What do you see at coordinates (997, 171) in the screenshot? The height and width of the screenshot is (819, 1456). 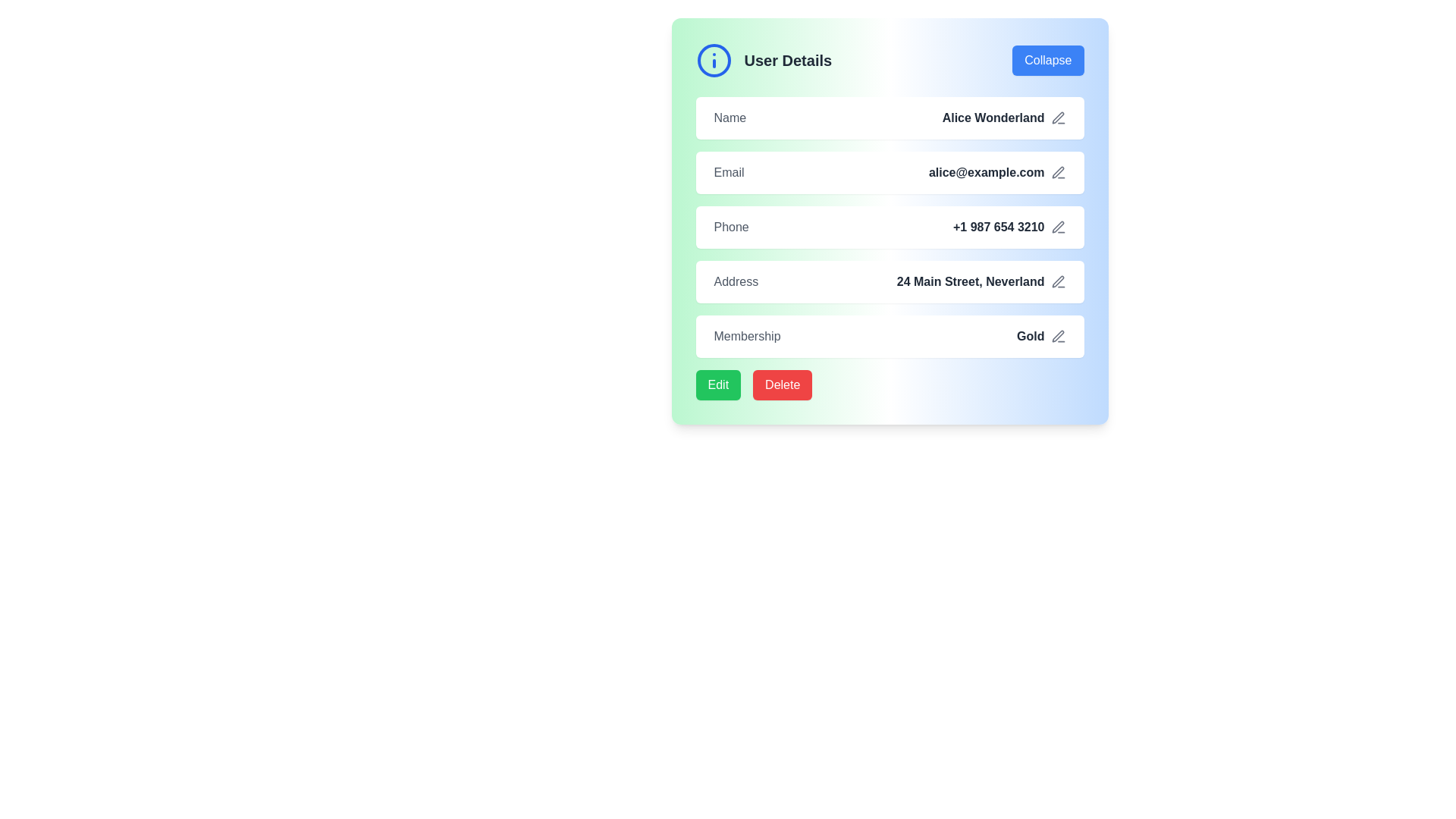 I see `the text display showing the user's email address 'alice@example.com', which is located to the right of the 'Email' label and left of the pen-shaped icon` at bounding box center [997, 171].